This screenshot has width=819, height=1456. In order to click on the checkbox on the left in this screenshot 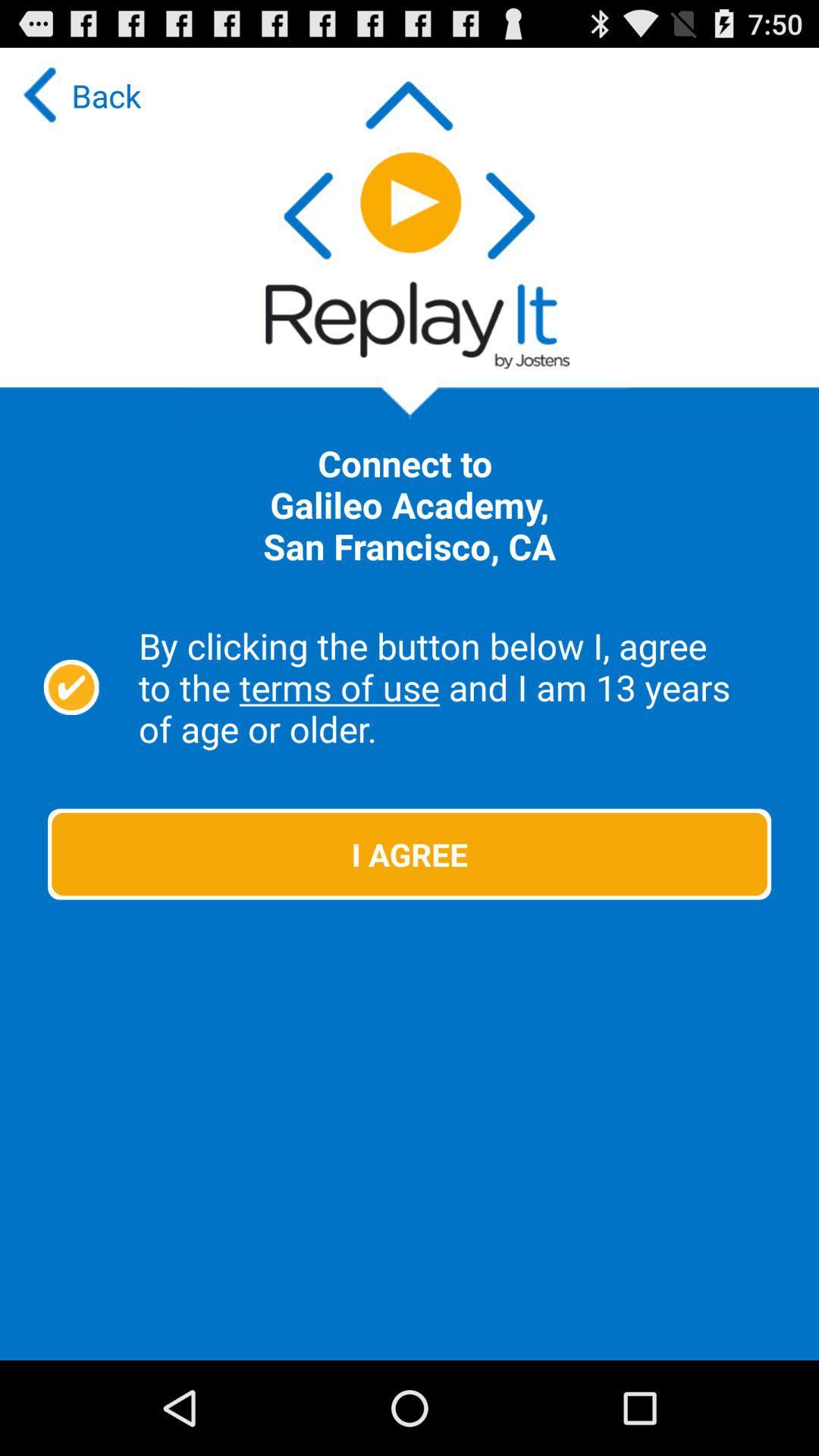, I will do `click(71, 686)`.